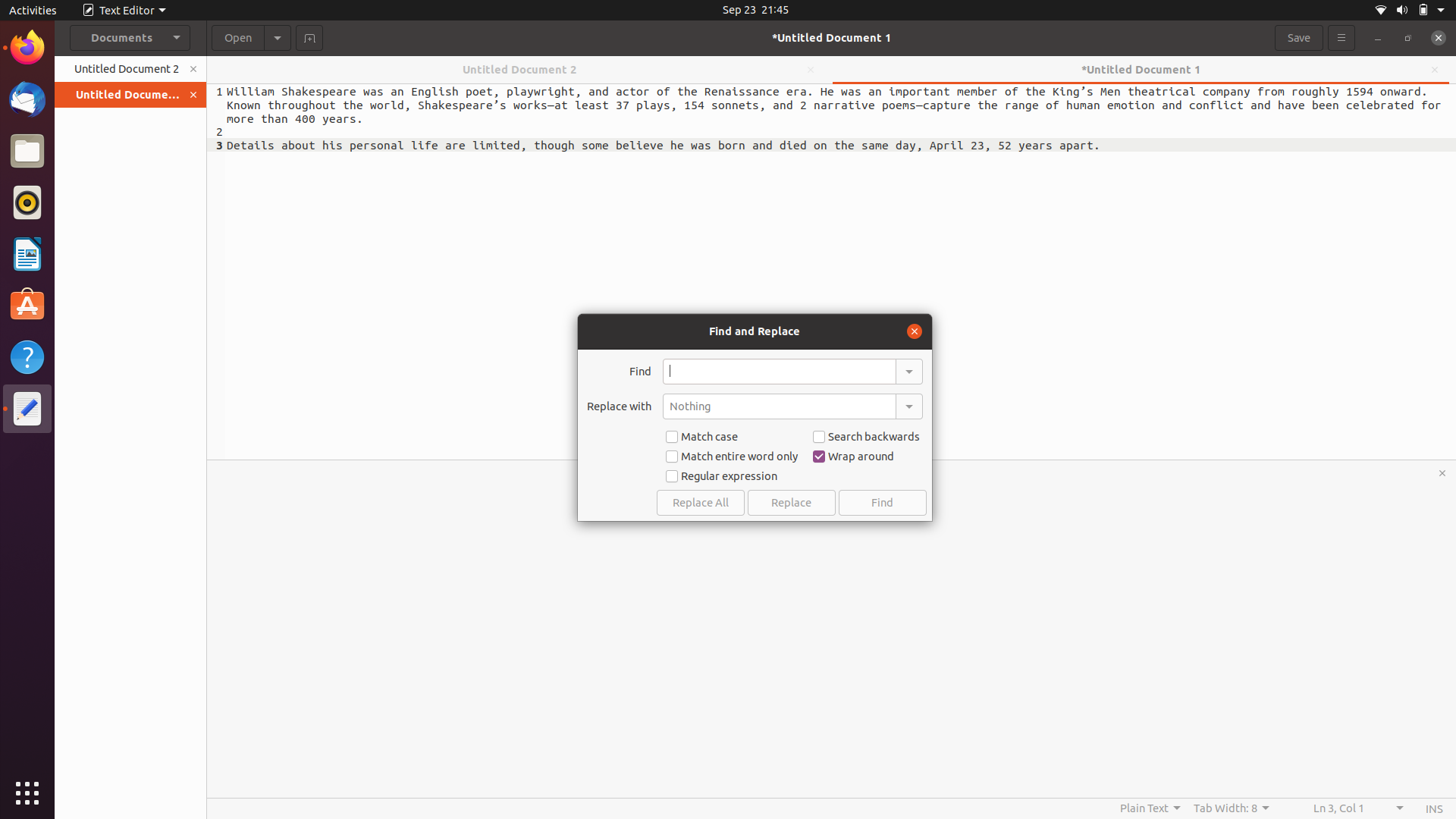  What do you see at coordinates (779, 371) in the screenshot?
I see `In the document, switch the first instance of the word "important" with "prominent` at bounding box center [779, 371].